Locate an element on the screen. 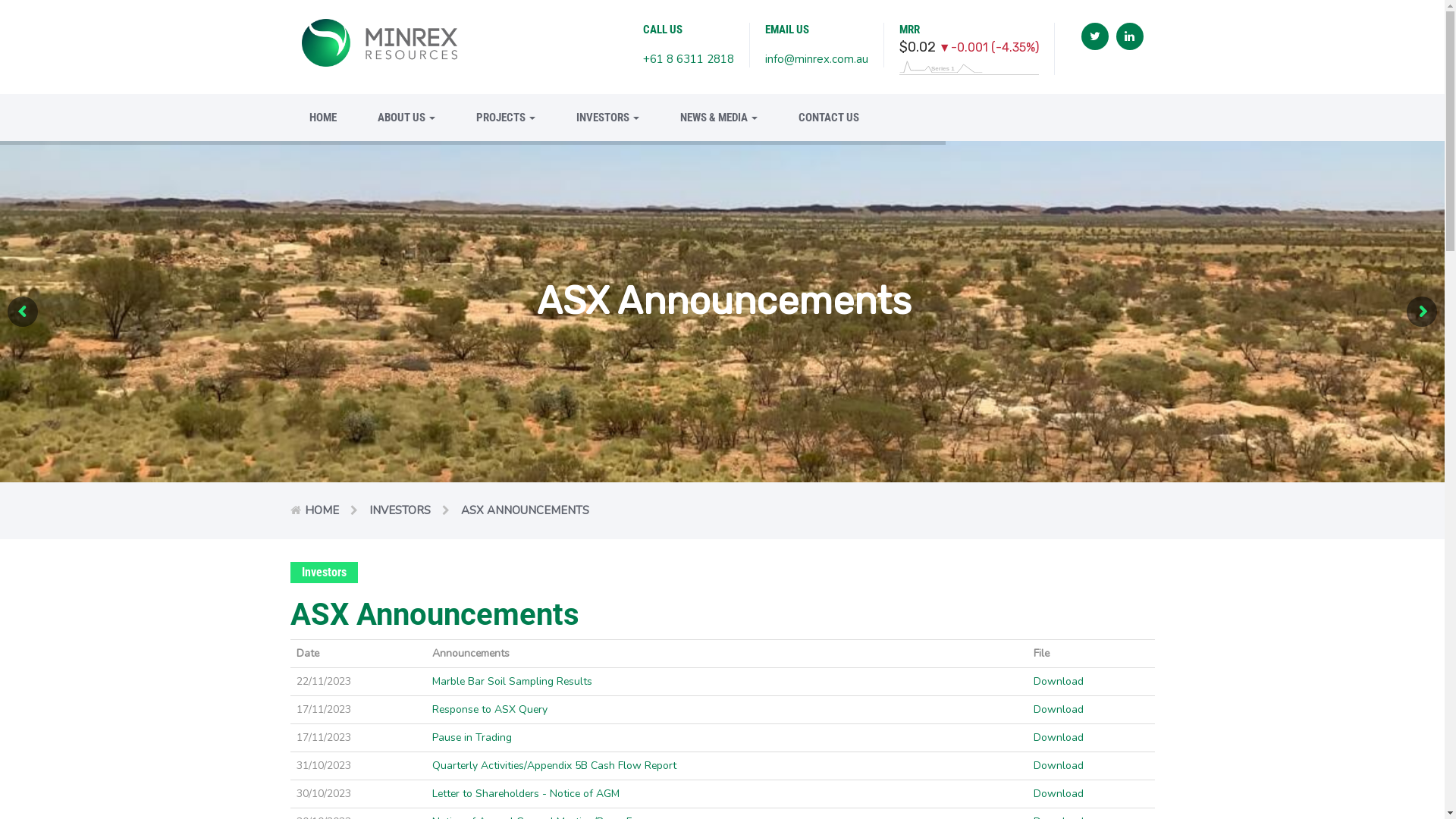  'HOME' is located at coordinates (322, 116).